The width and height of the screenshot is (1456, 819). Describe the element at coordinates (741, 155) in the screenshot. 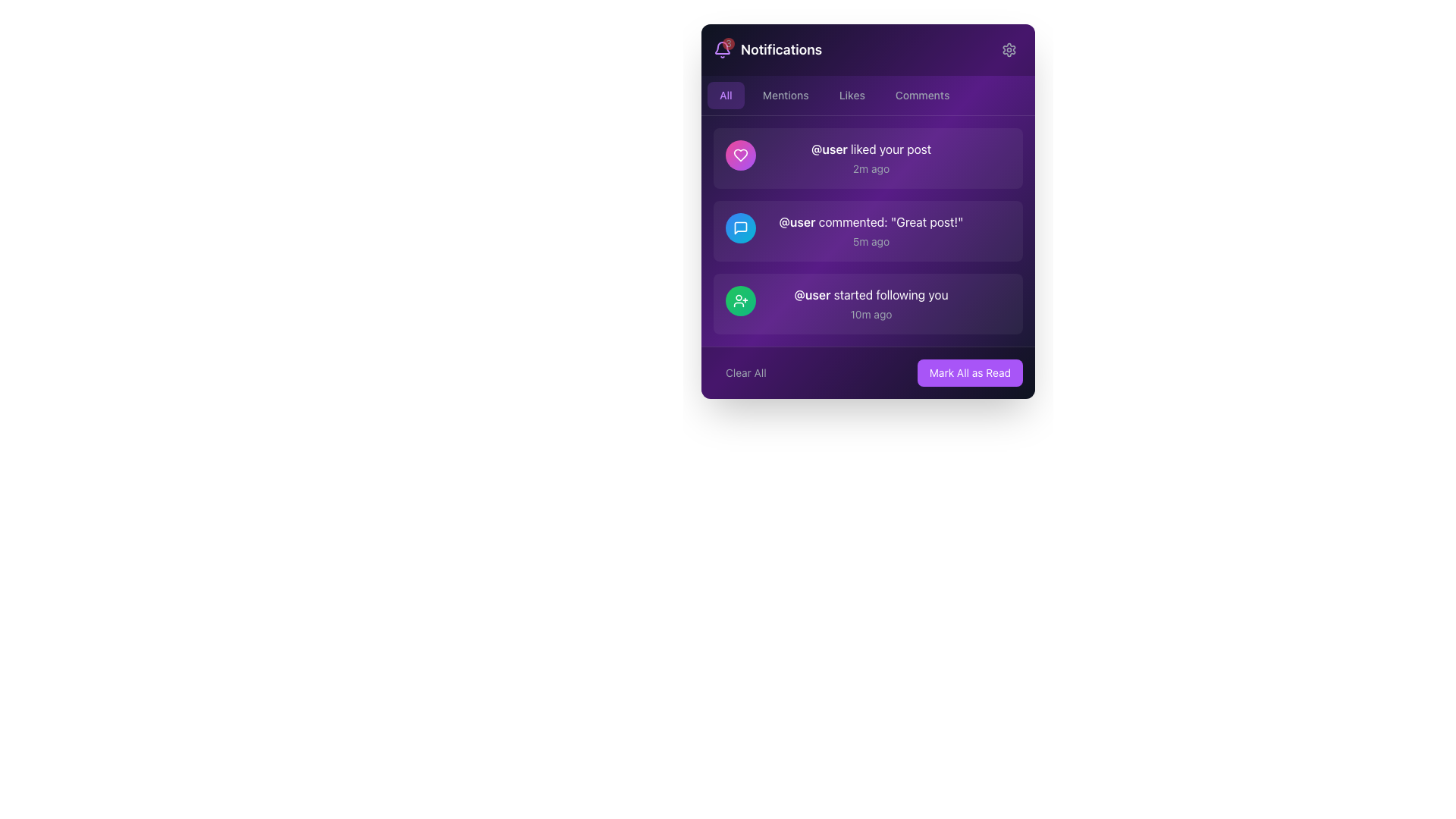

I see `the circular icon with a gradient background transitioning from pink to purple, which encloses a white heart outline, indicating a 'like' interaction, positioned at the far left of the 'notification' item row for 'user liked your post'` at that location.